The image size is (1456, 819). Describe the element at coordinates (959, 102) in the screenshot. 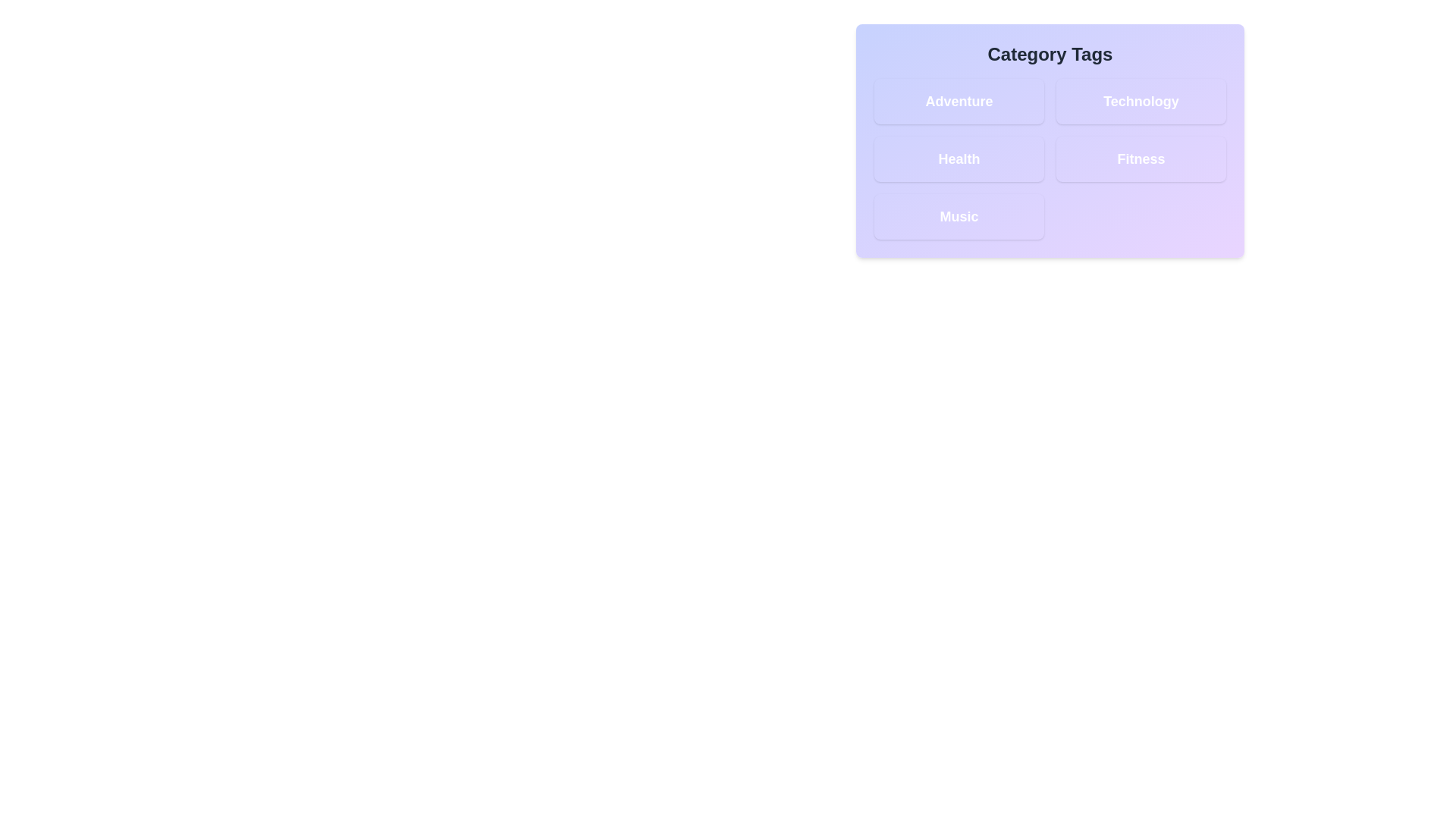

I see `the tag labeled Adventure to toggle its active state` at that location.